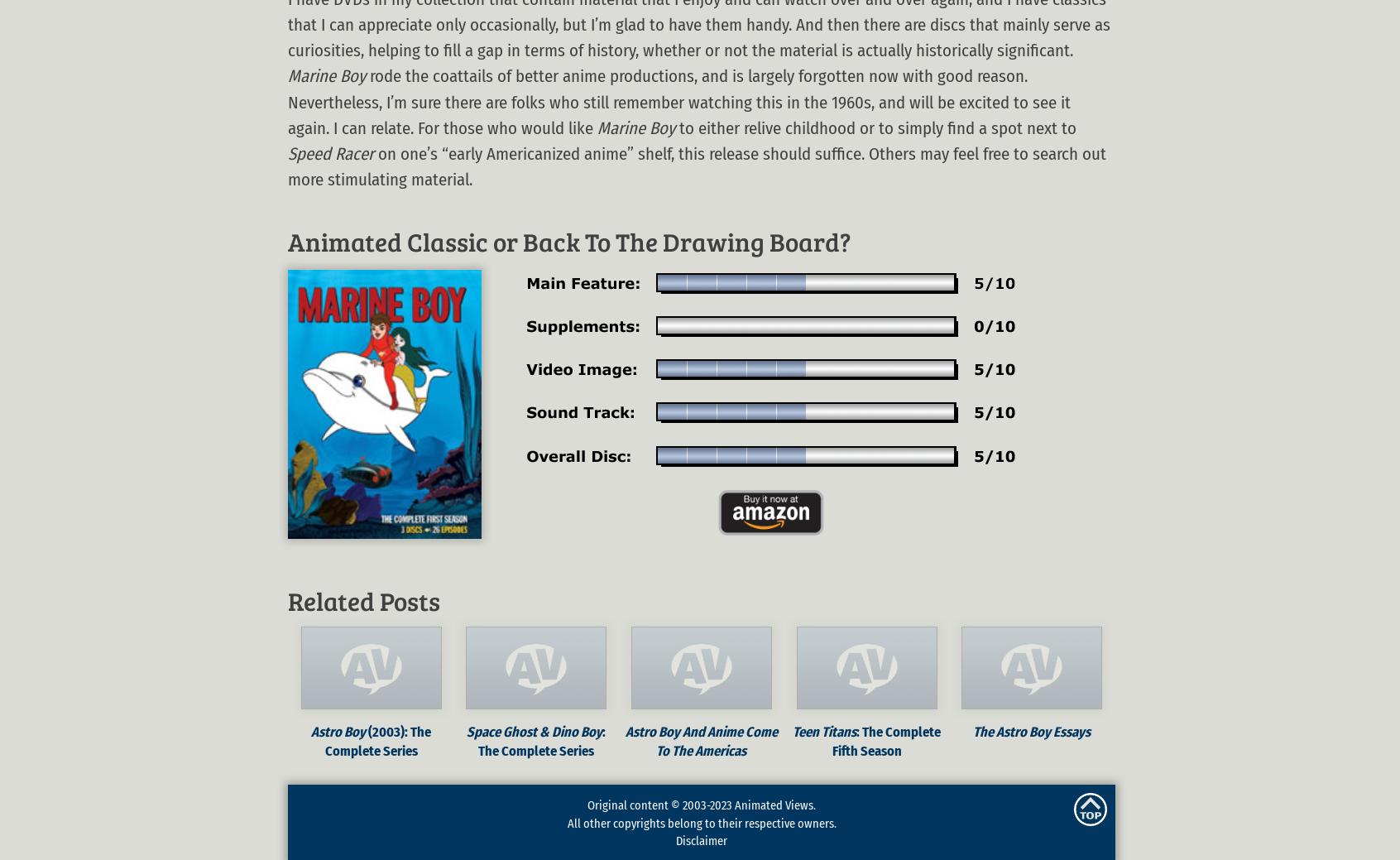 Image resolution: width=1400 pixels, height=860 pixels. I want to click on 'Astro Boy', so click(338, 731).